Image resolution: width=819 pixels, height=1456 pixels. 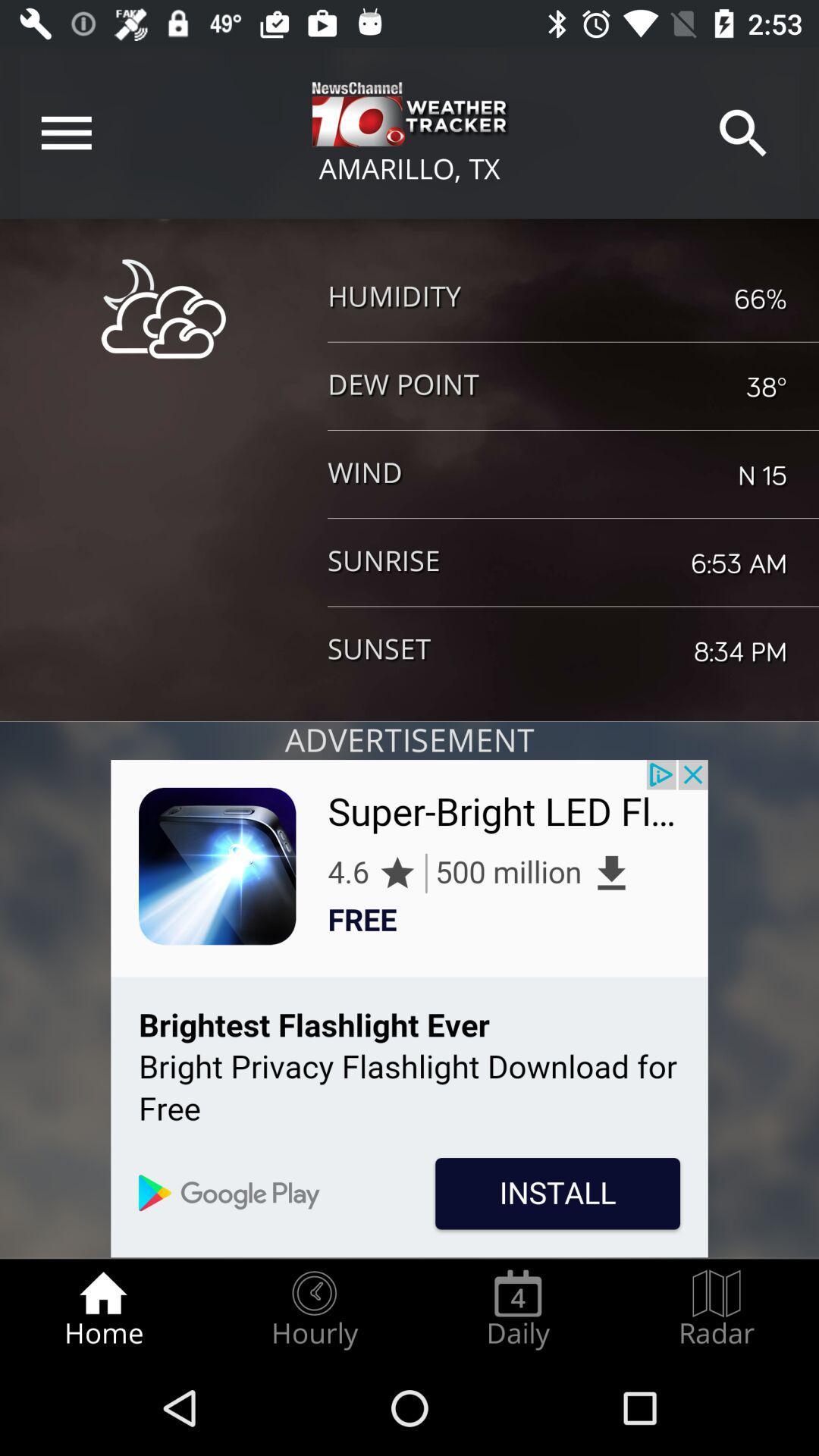 What do you see at coordinates (102, 1309) in the screenshot?
I see `home radio button` at bounding box center [102, 1309].